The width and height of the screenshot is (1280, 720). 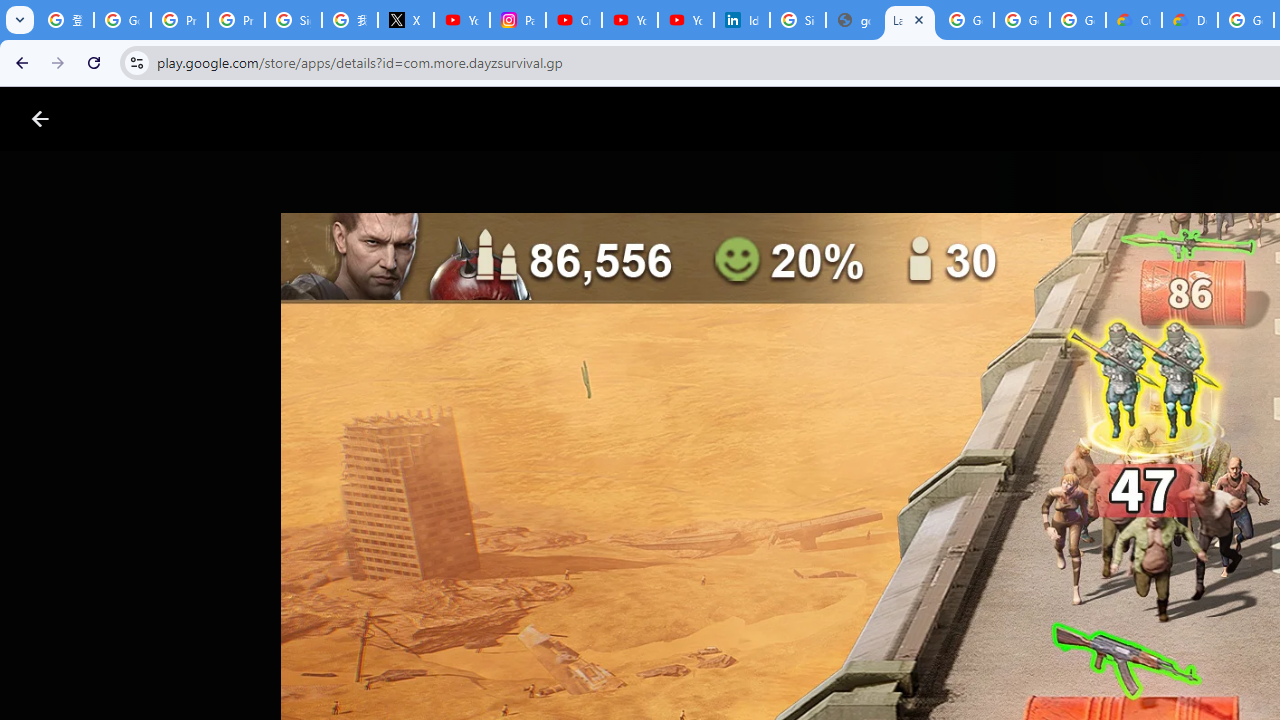 I want to click on 'X', so click(x=404, y=20).